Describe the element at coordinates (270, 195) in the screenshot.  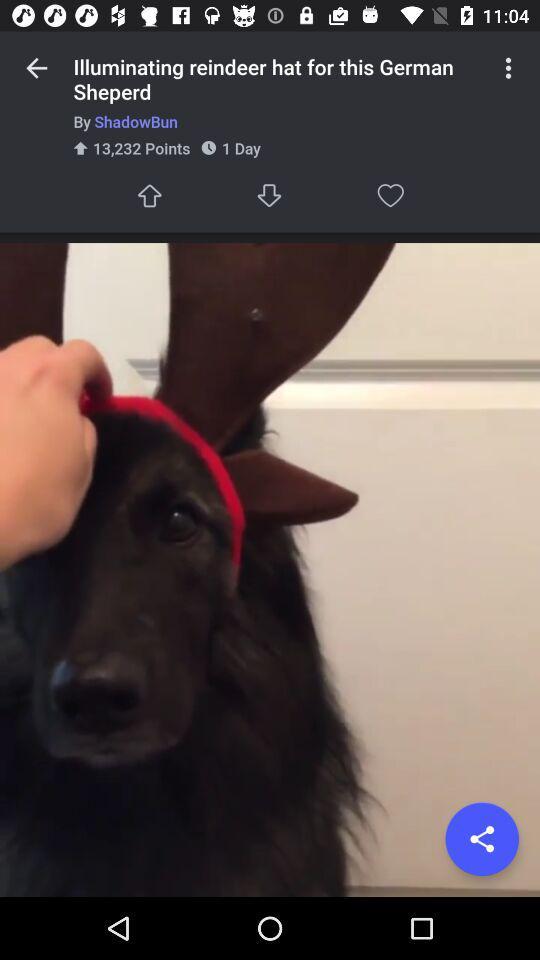
I see `icon next to 13,231 points icon` at that location.